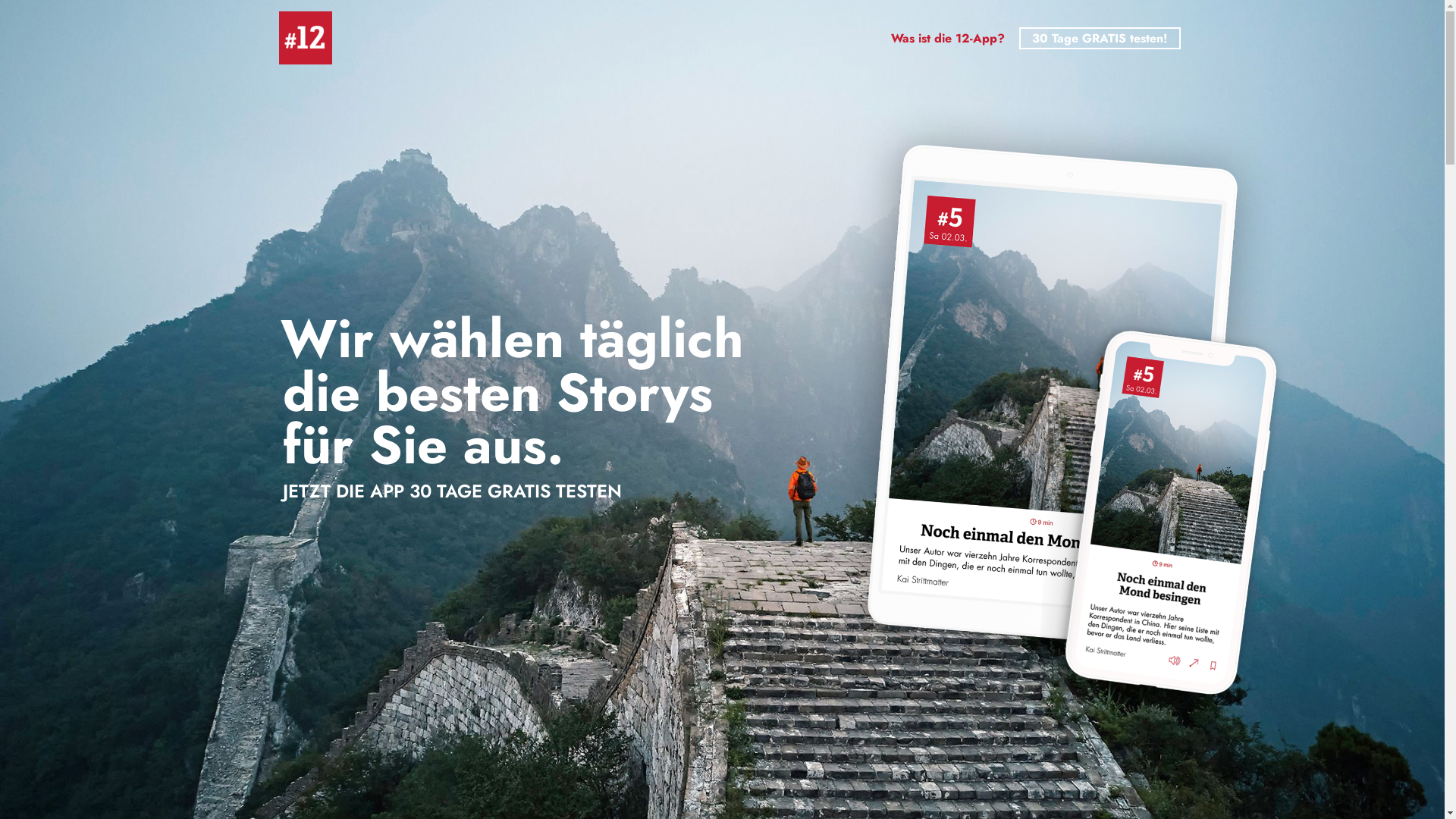  I want to click on 'Twitter', so click(1160, 780).